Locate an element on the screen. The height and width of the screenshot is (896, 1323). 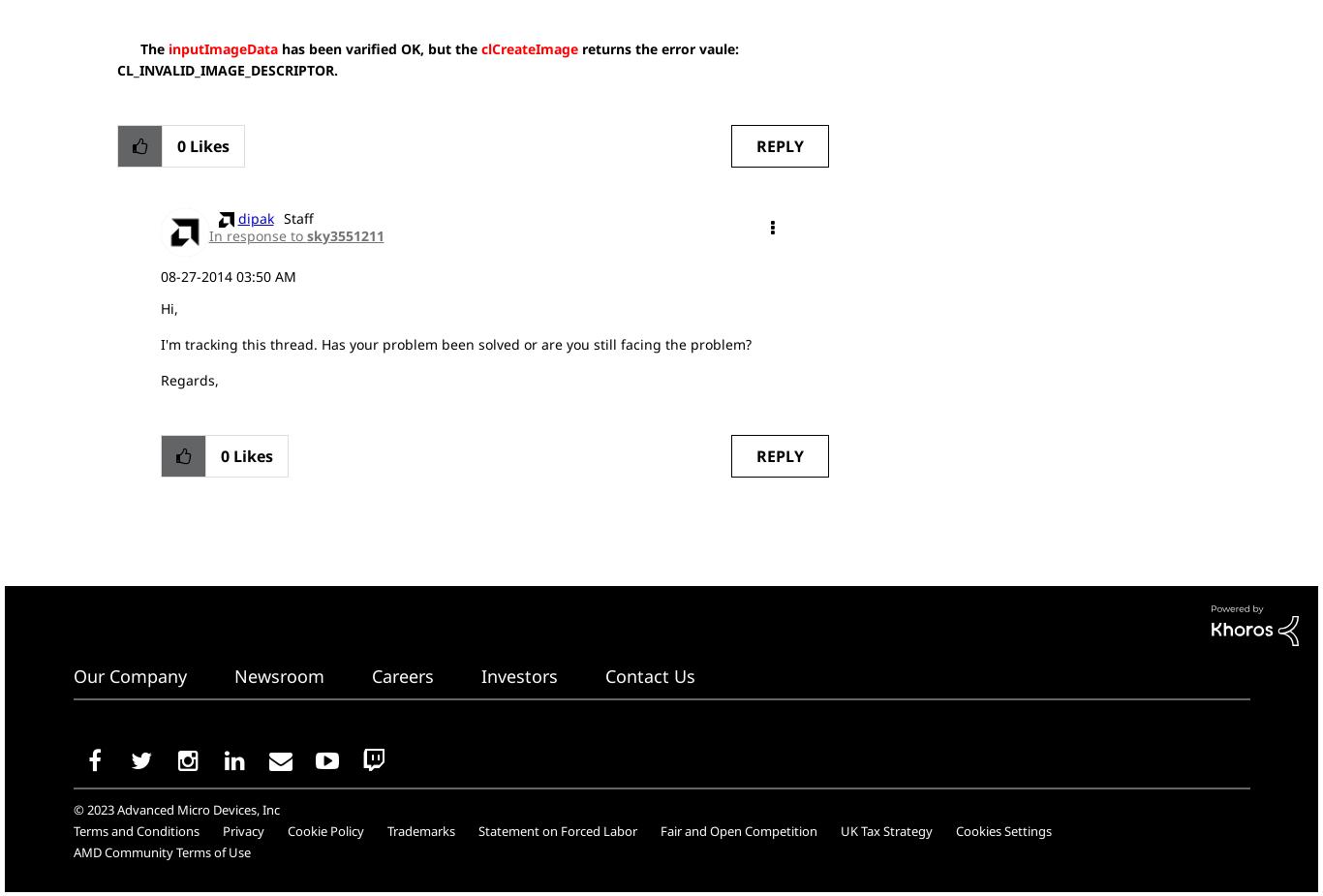
'Investors' is located at coordinates (518, 676).